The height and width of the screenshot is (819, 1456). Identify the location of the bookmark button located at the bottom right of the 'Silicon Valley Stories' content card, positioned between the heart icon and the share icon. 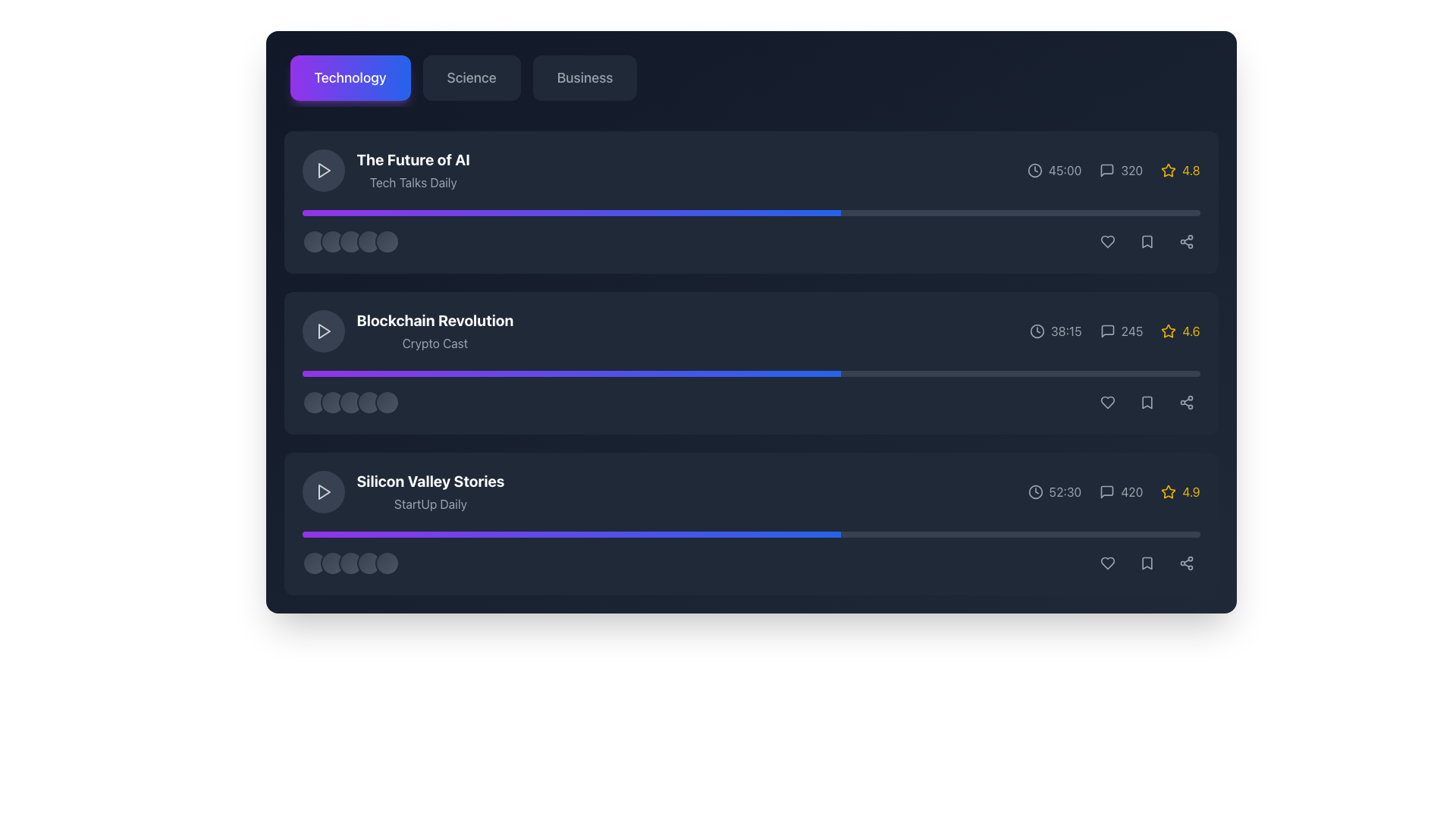
(1147, 563).